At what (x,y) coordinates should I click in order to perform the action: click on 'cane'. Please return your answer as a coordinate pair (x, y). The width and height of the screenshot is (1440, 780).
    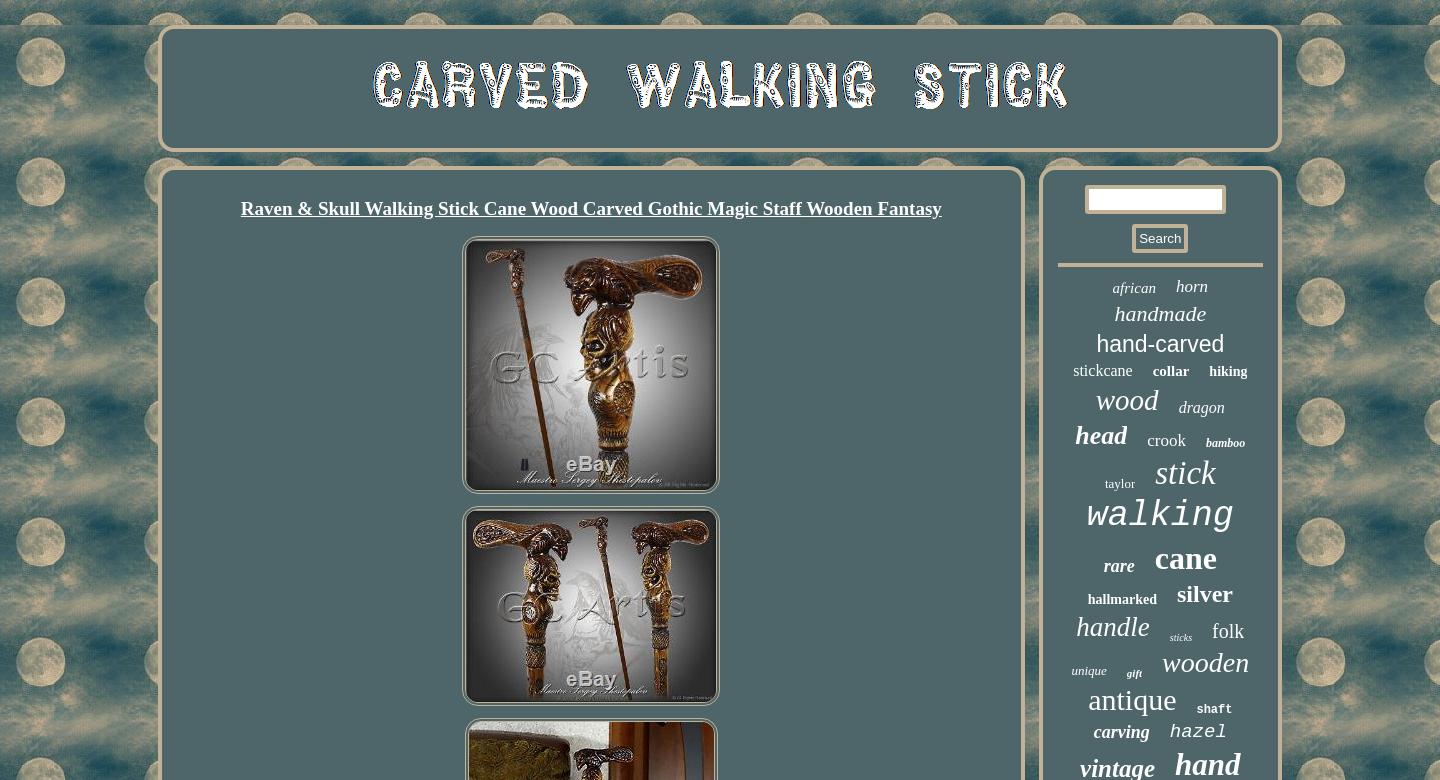
    Looking at the image, I should click on (1184, 557).